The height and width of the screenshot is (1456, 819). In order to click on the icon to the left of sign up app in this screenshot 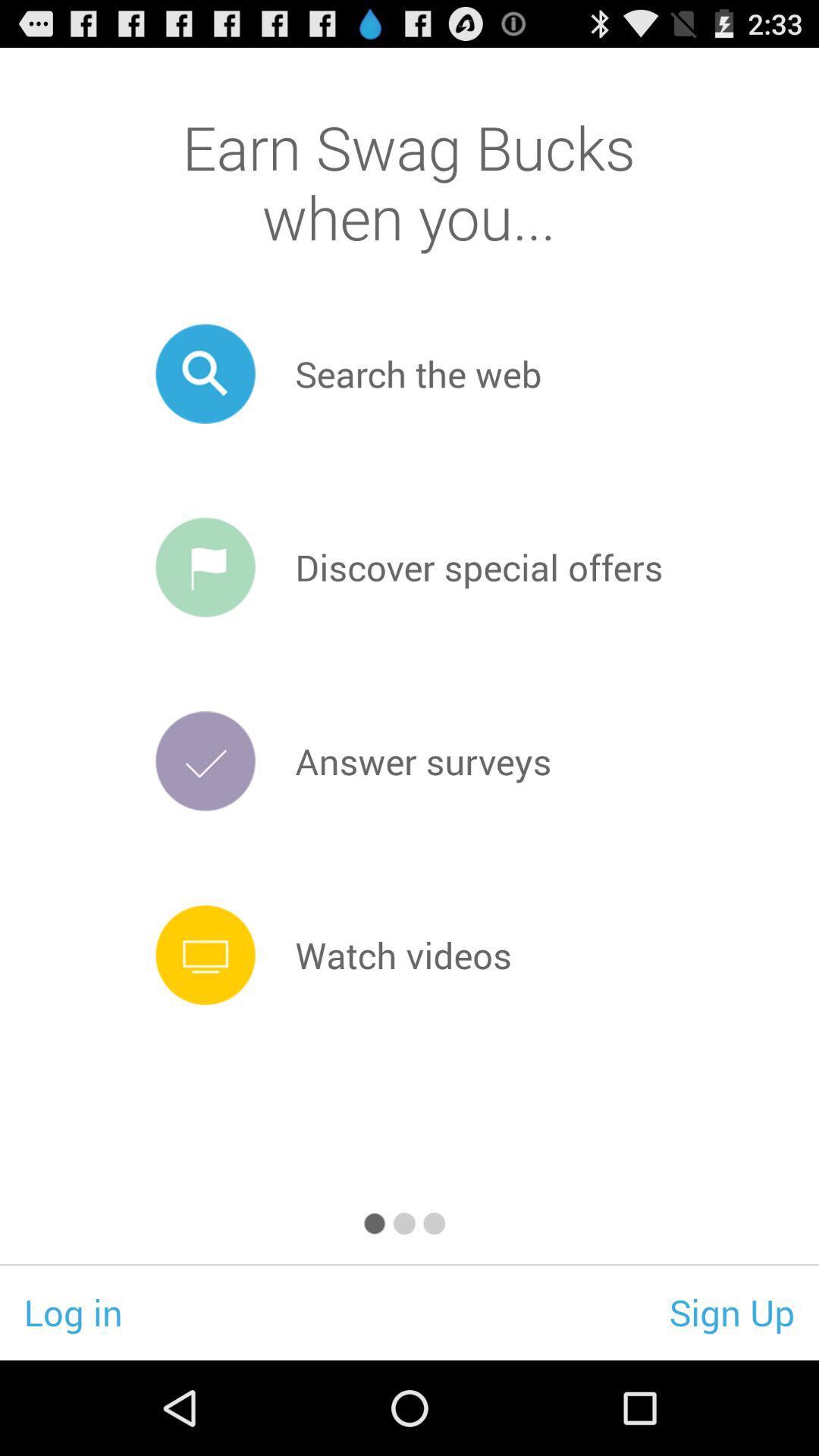, I will do `click(73, 1311)`.